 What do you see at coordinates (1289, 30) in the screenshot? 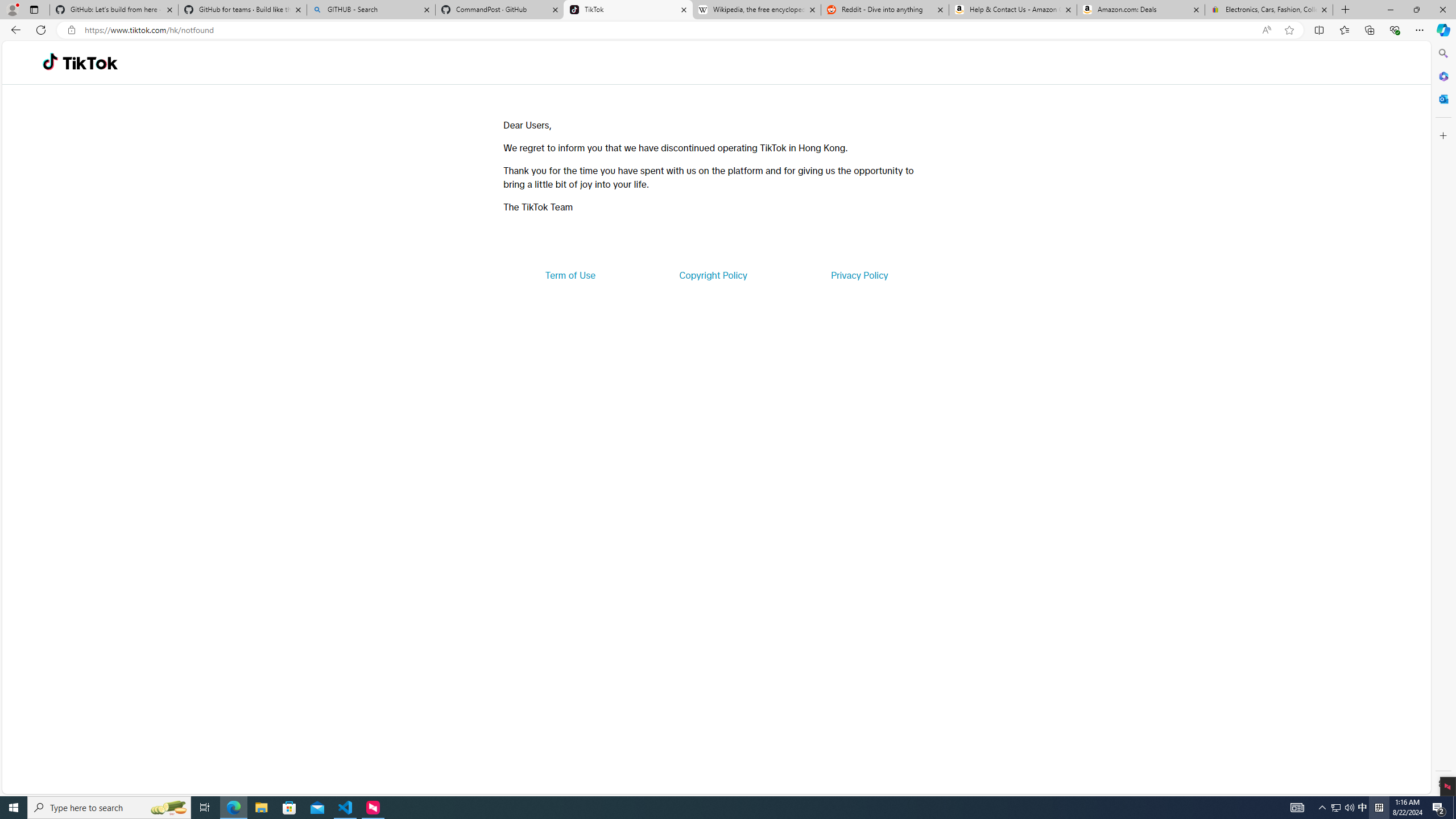
I see `'Add this page to favorites (Ctrl+D)'` at bounding box center [1289, 30].